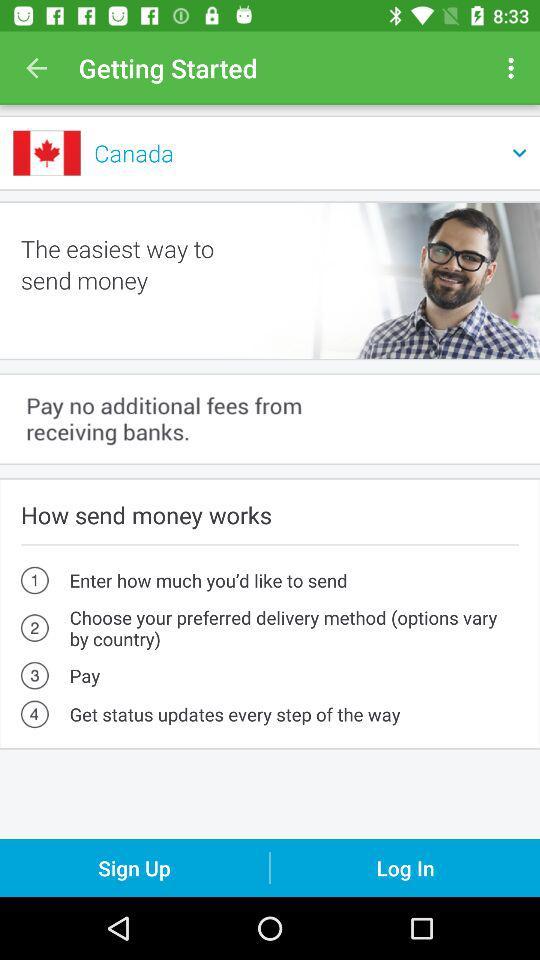 The height and width of the screenshot is (960, 540). I want to click on the icon next to getting started icon, so click(36, 68).